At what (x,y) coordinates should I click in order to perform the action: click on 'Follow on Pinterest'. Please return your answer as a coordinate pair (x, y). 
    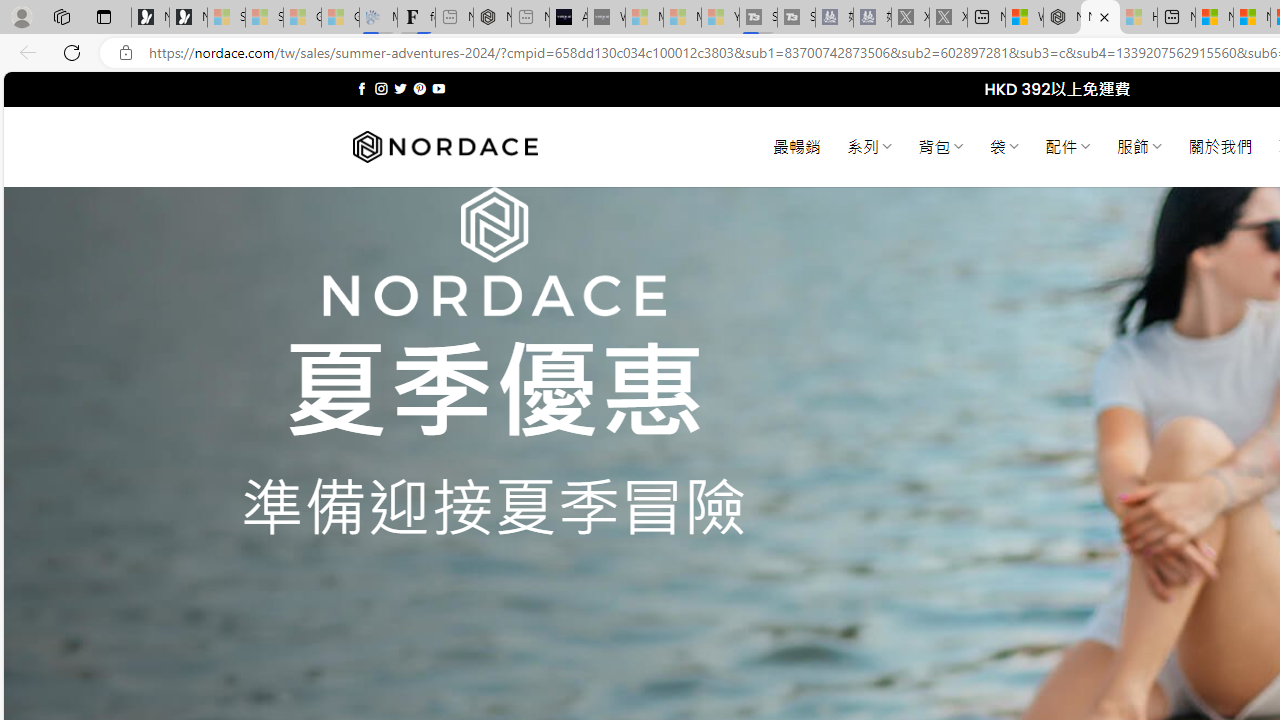
    Looking at the image, I should click on (418, 88).